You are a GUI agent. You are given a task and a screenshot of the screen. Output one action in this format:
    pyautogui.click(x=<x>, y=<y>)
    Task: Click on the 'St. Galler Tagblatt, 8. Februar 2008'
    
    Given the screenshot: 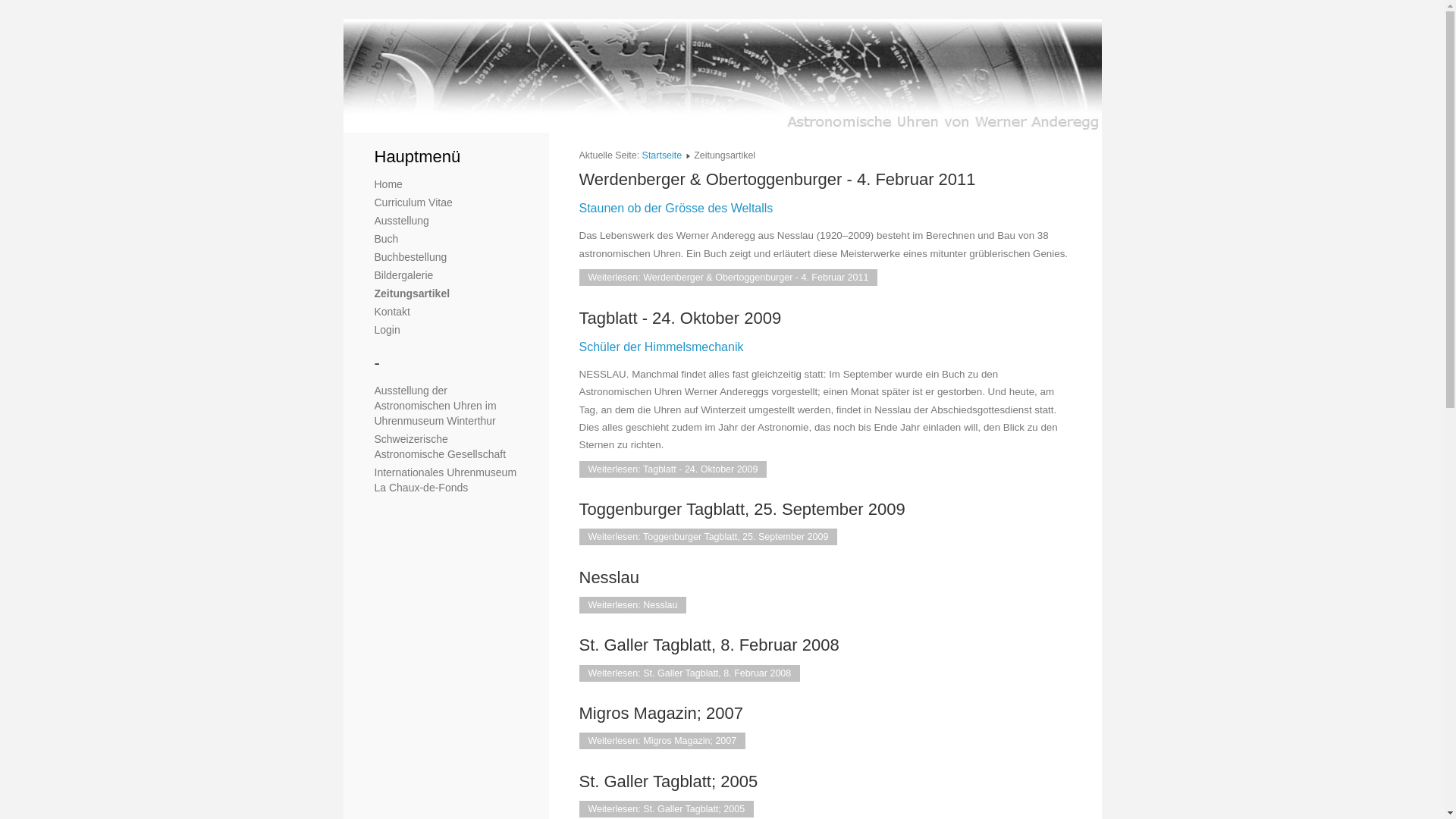 What is the action you would take?
    pyautogui.click(x=708, y=645)
    